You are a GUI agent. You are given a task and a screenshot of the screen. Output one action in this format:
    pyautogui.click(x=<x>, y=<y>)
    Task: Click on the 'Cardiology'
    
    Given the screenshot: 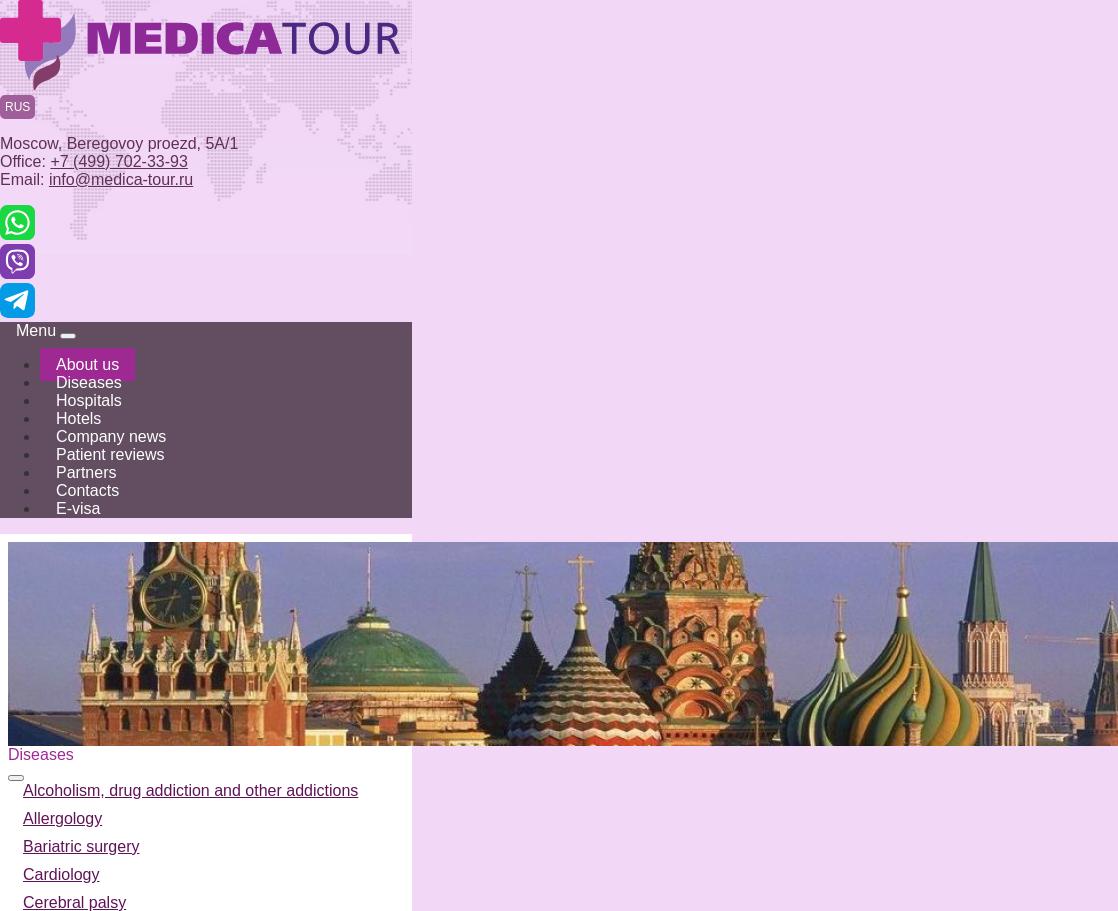 What is the action you would take?
    pyautogui.click(x=61, y=874)
    